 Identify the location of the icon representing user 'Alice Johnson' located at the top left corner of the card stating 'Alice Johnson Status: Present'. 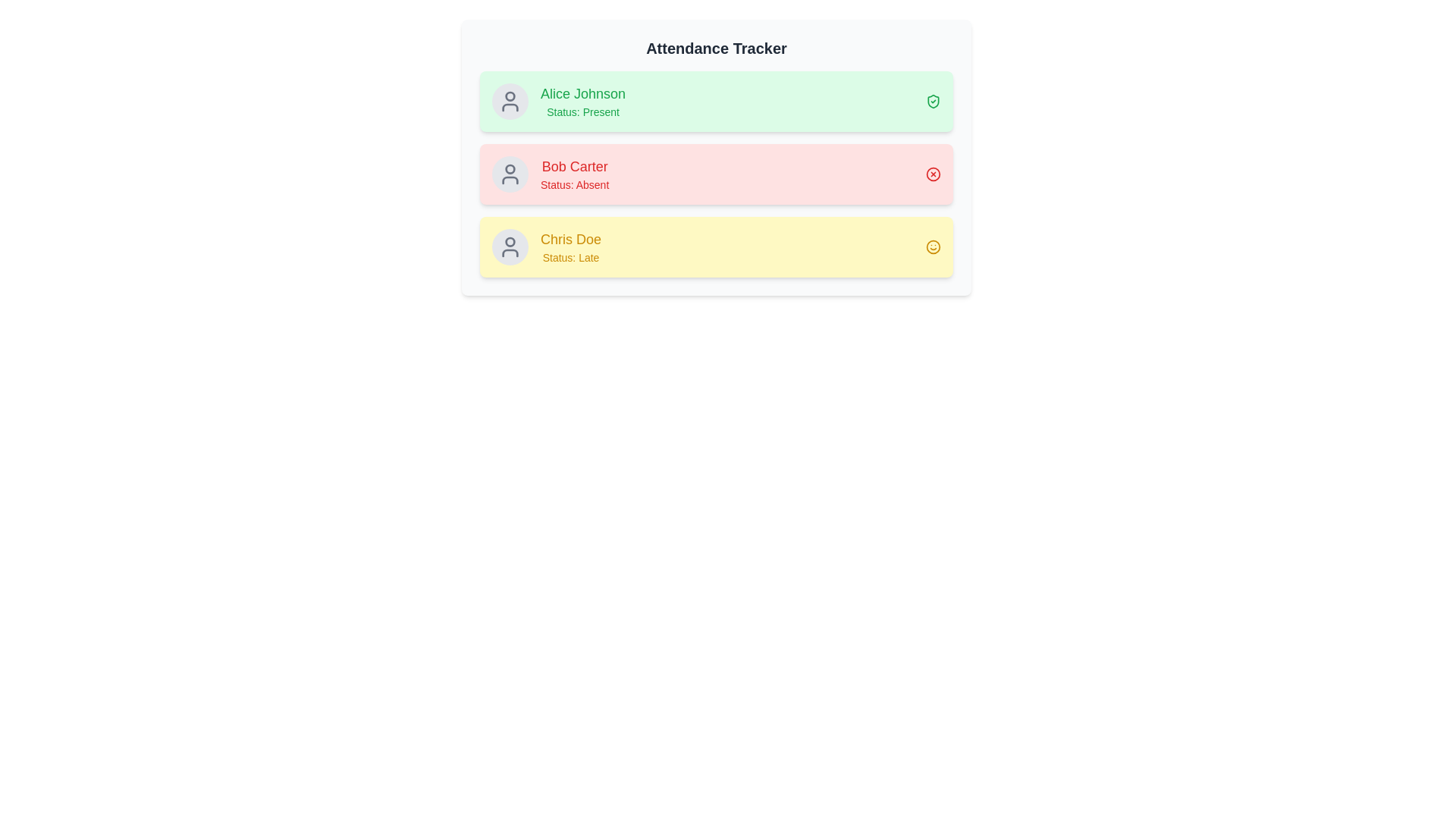
(510, 102).